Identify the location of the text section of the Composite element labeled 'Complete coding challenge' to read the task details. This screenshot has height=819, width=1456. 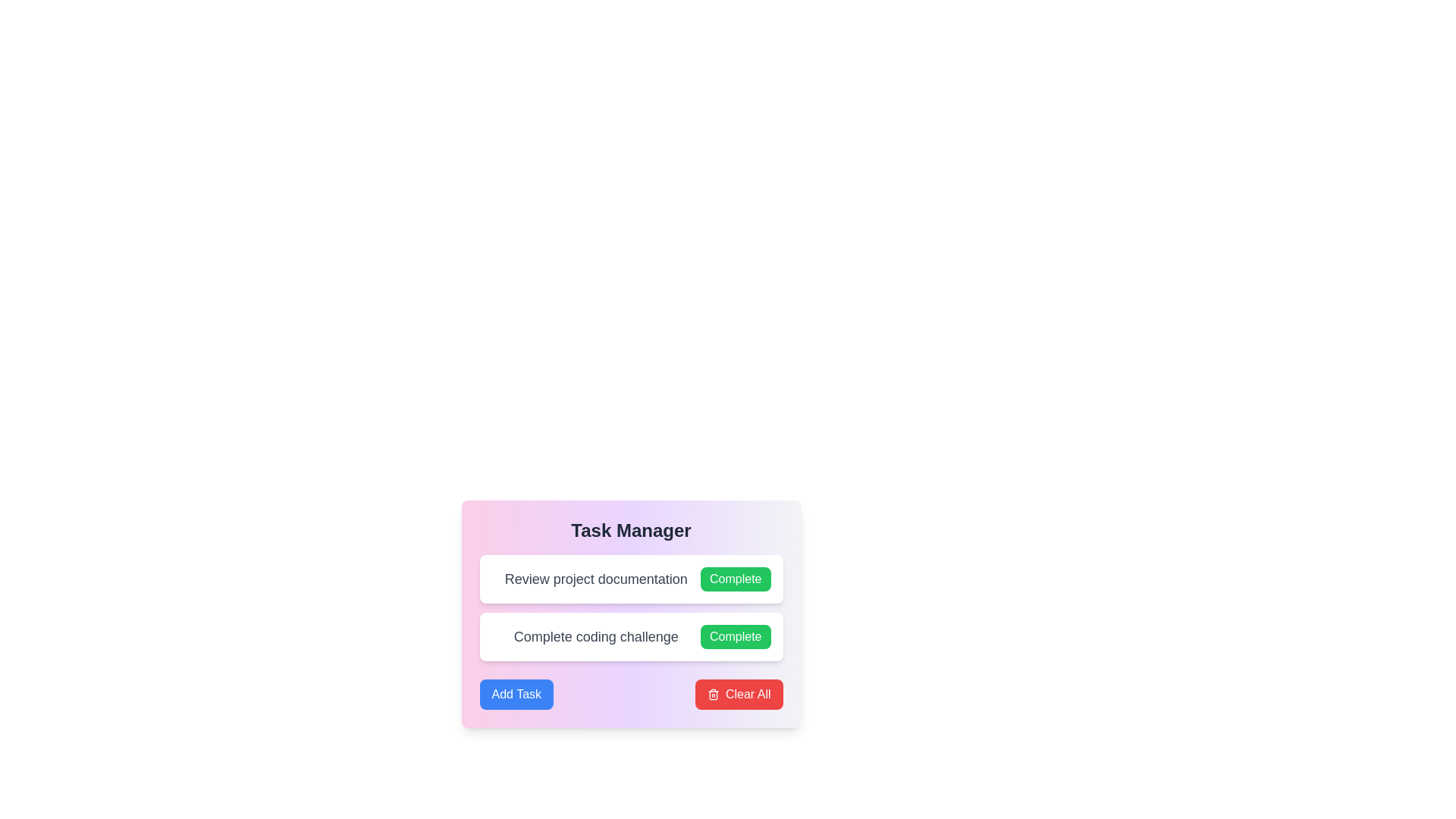
(631, 637).